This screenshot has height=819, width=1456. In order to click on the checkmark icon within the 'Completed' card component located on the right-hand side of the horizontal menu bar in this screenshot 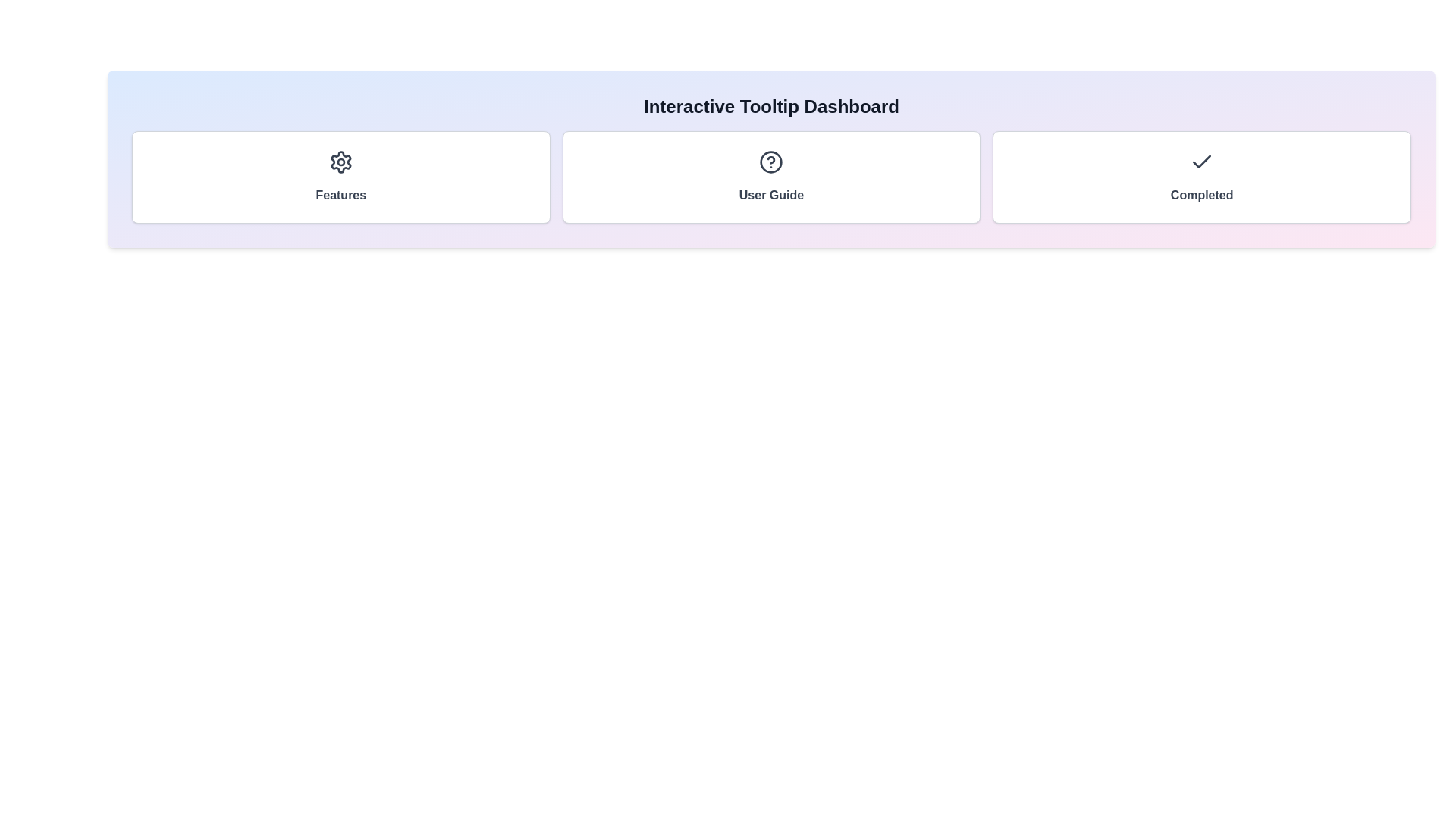, I will do `click(1201, 162)`.